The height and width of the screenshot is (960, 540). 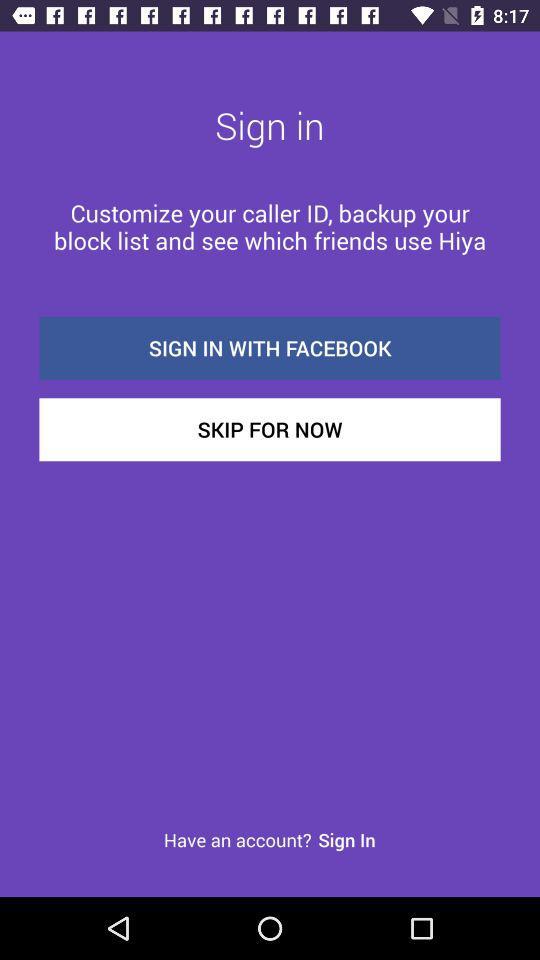 What do you see at coordinates (270, 429) in the screenshot?
I see `the item above have an account?` at bounding box center [270, 429].